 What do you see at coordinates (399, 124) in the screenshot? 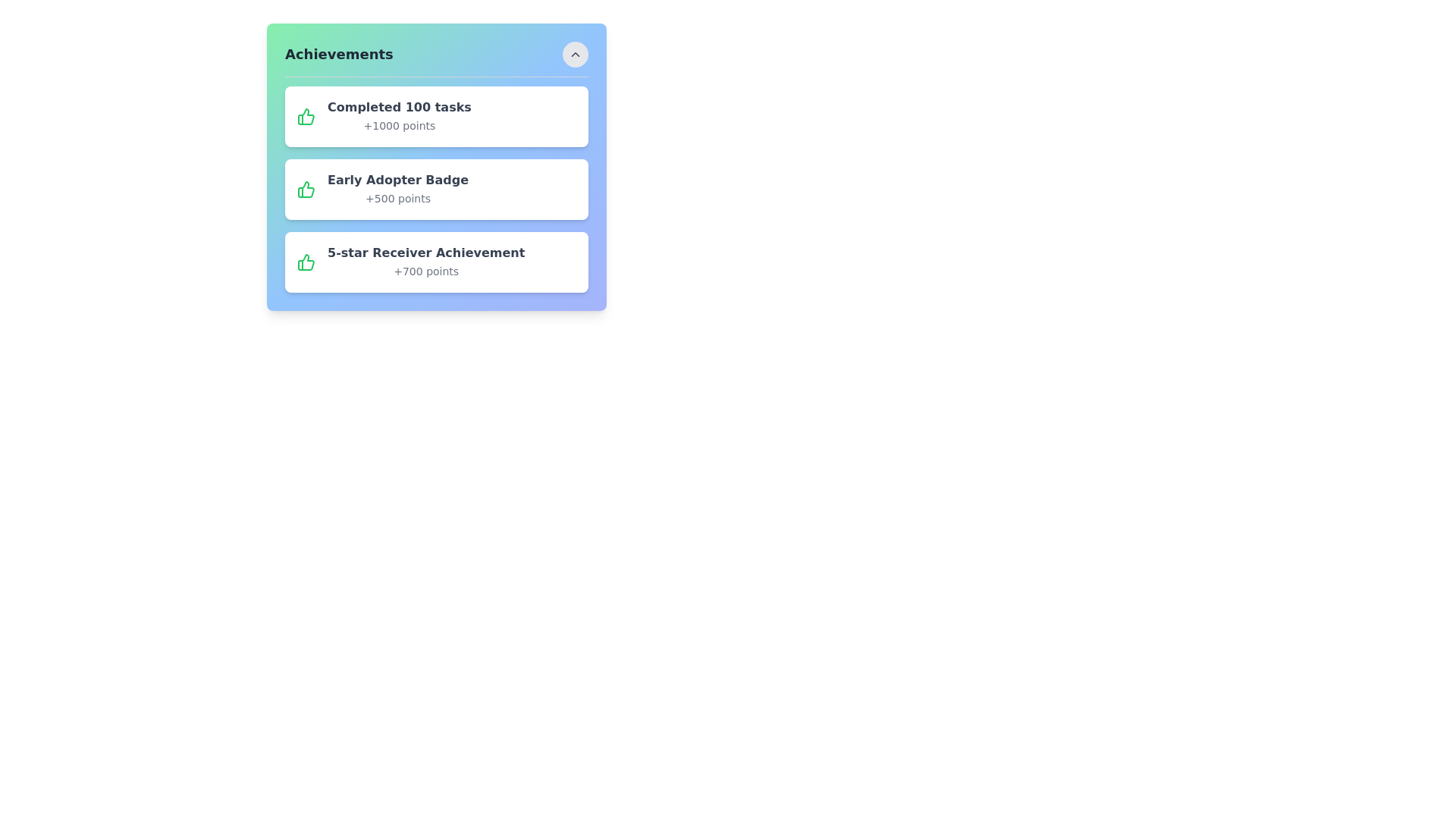
I see `the text label that indicates the points achieved for completing a task, which is located below and aligned to the right of the text 'Completed 100 tasks' on the first card in the list` at bounding box center [399, 124].